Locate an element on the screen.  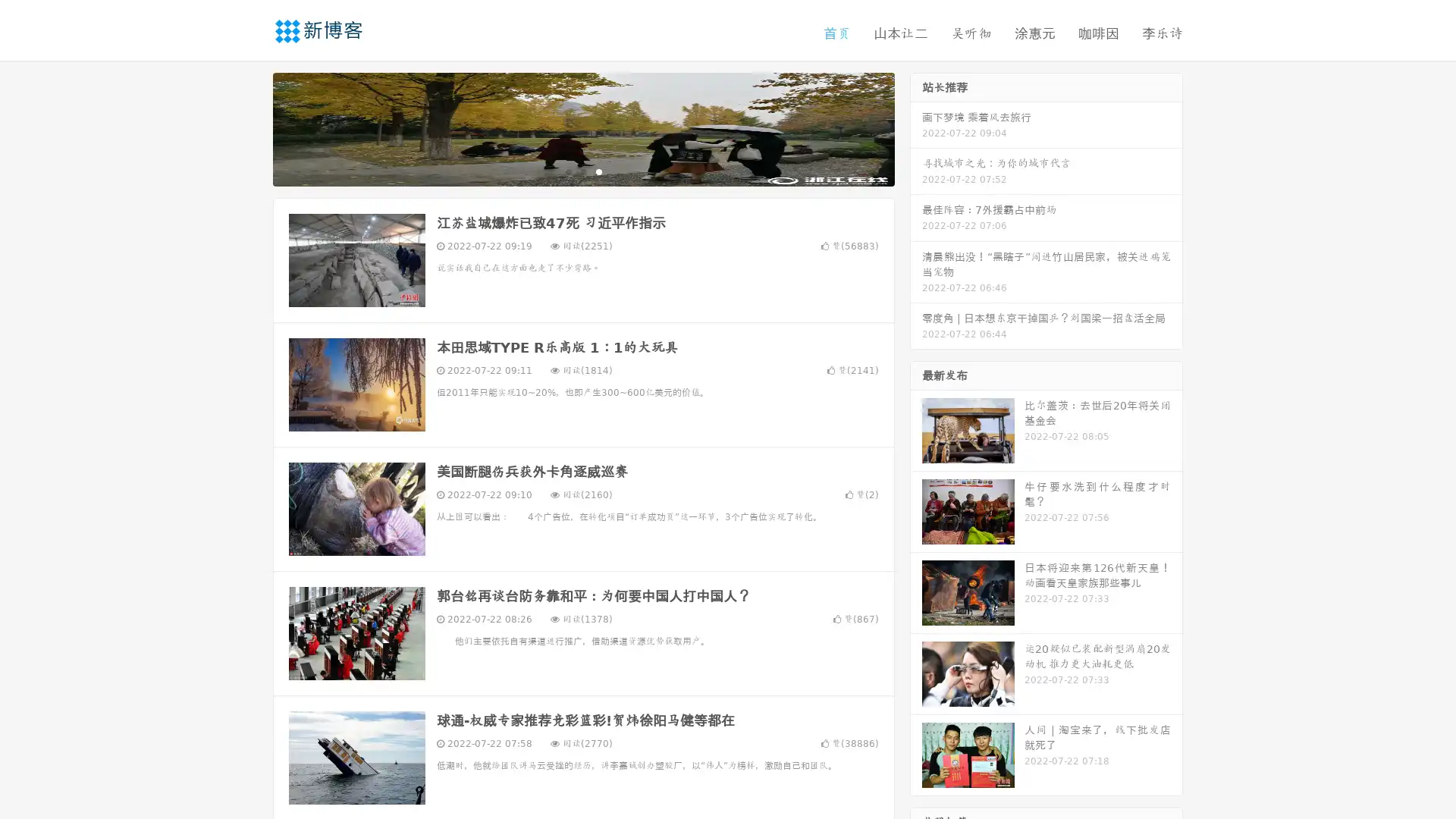
Go to slide 1 is located at coordinates (567, 171).